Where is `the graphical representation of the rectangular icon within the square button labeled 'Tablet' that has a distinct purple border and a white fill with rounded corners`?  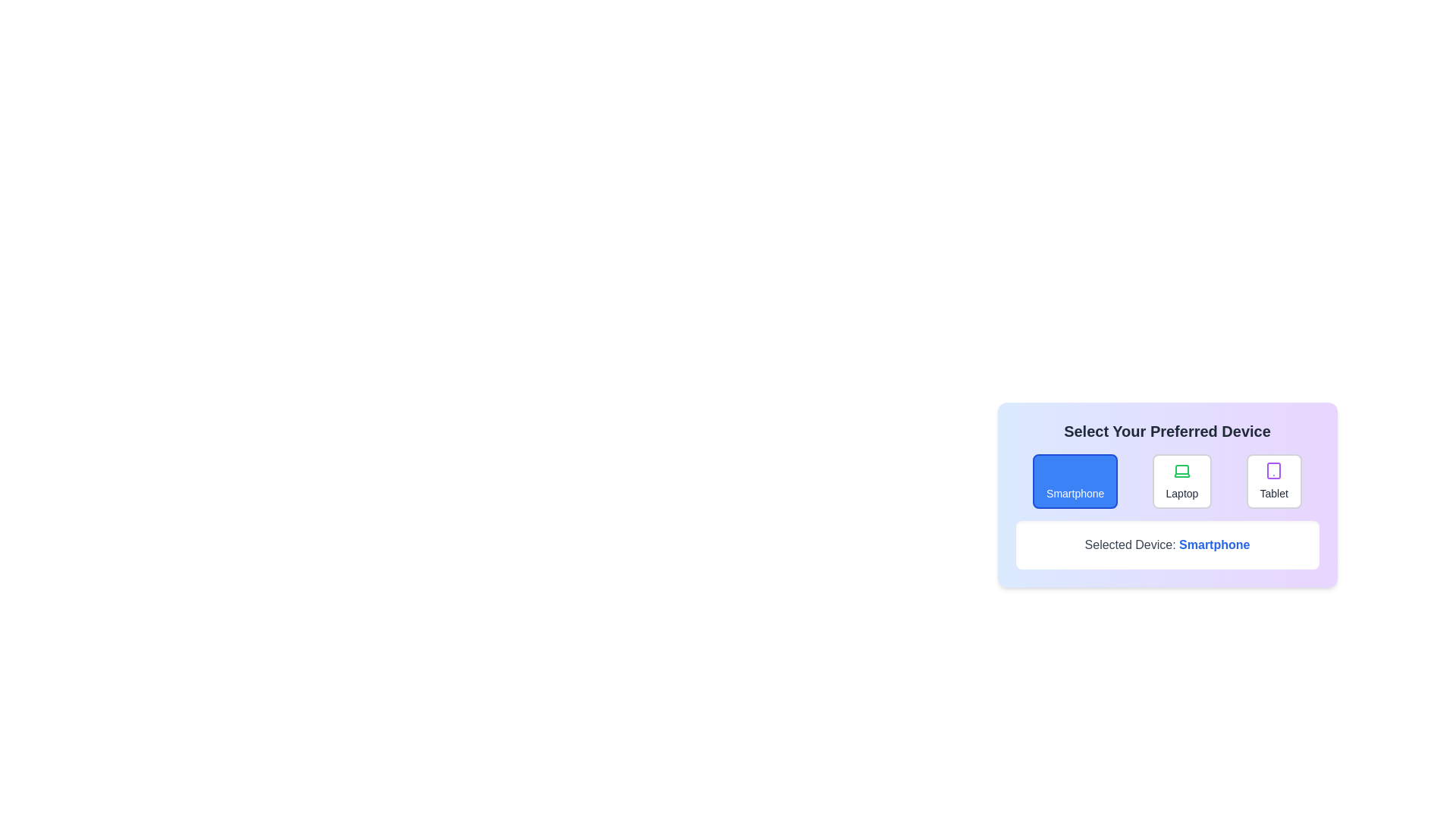
the graphical representation of the rectangular icon within the square button labeled 'Tablet' that has a distinct purple border and a white fill with rounded corners is located at coordinates (1274, 470).